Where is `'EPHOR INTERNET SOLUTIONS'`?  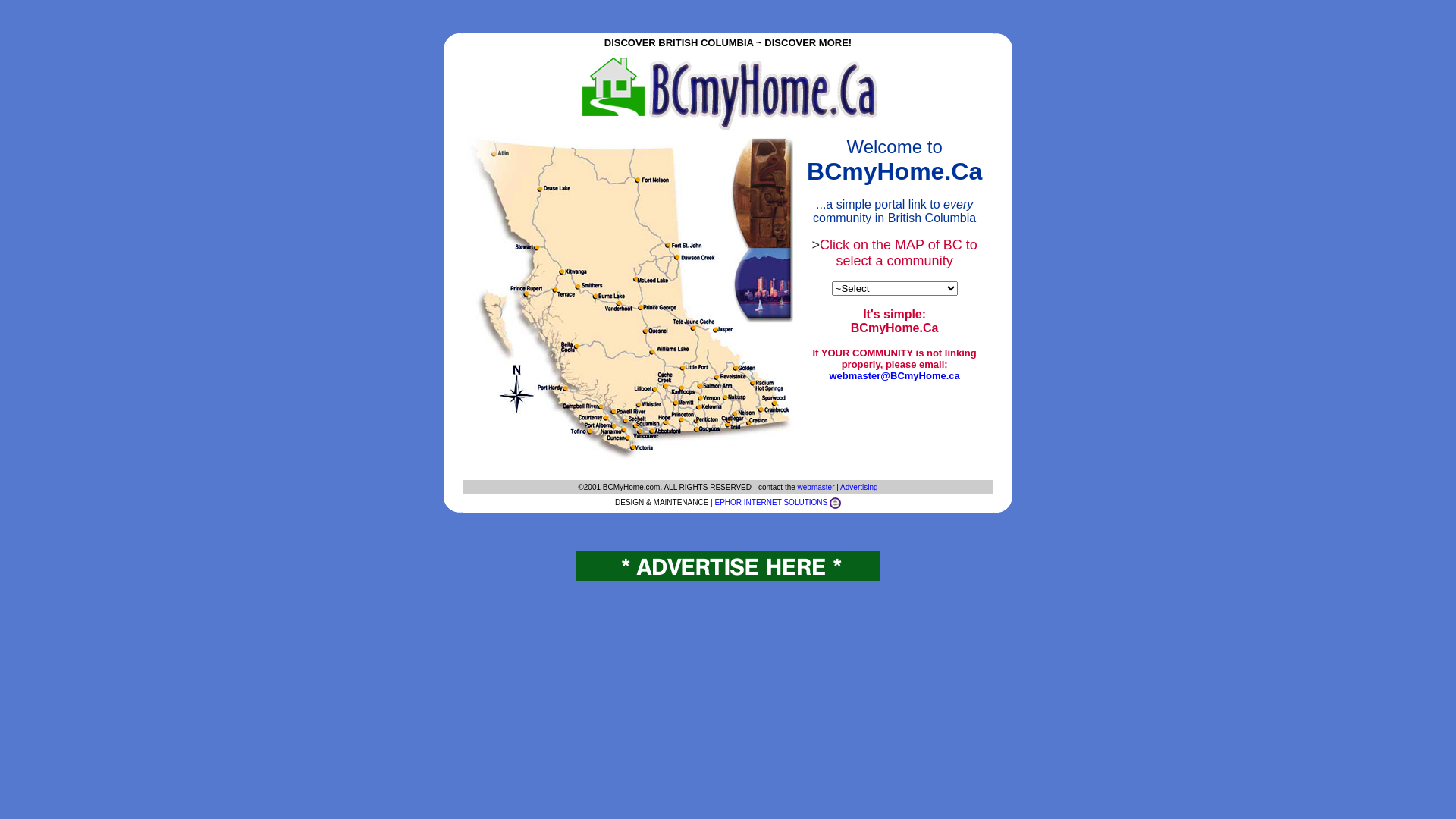
'EPHOR INTERNET SOLUTIONS' is located at coordinates (770, 502).